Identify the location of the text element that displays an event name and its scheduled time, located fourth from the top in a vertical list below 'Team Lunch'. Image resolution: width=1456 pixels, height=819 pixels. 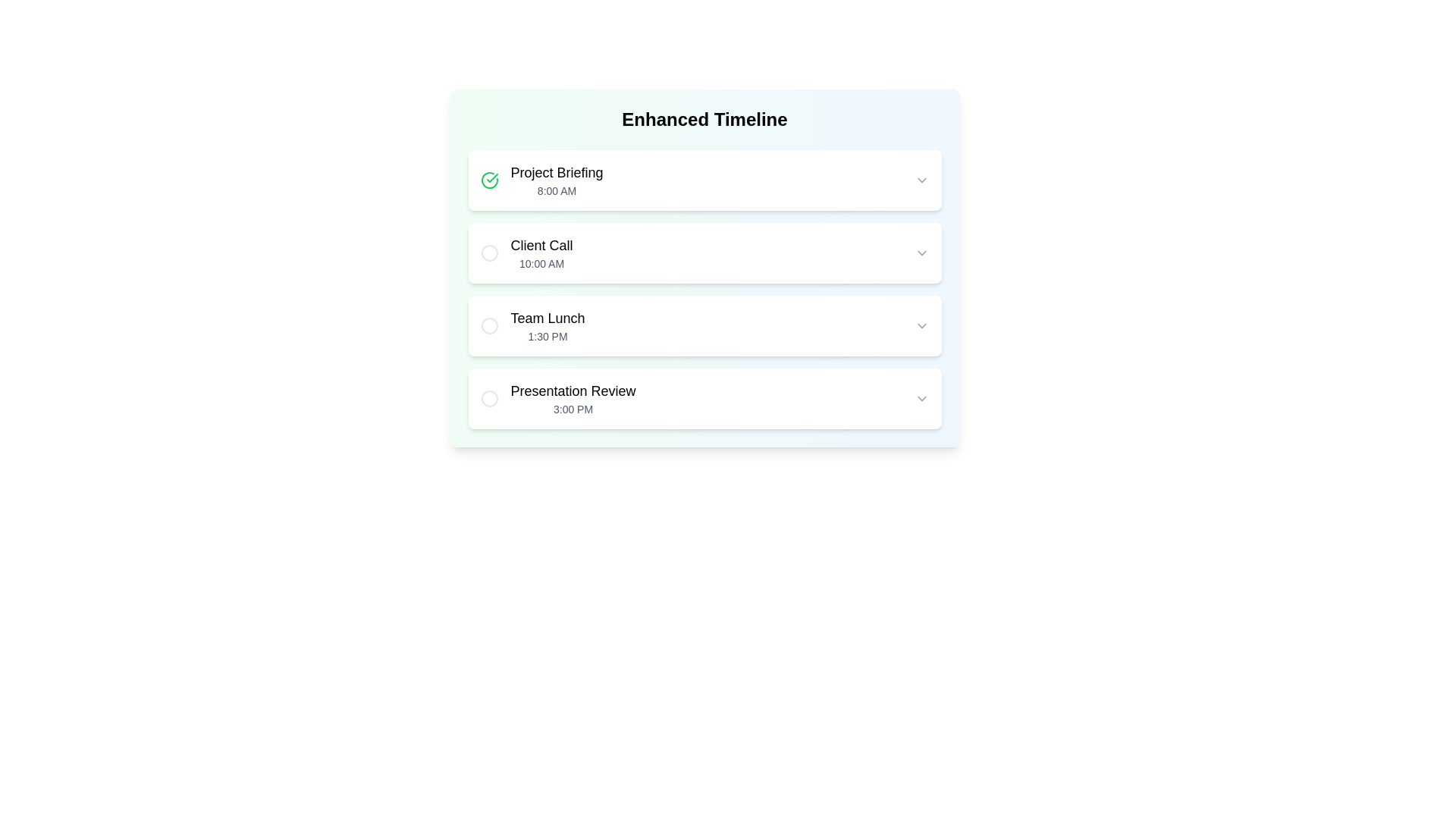
(573, 397).